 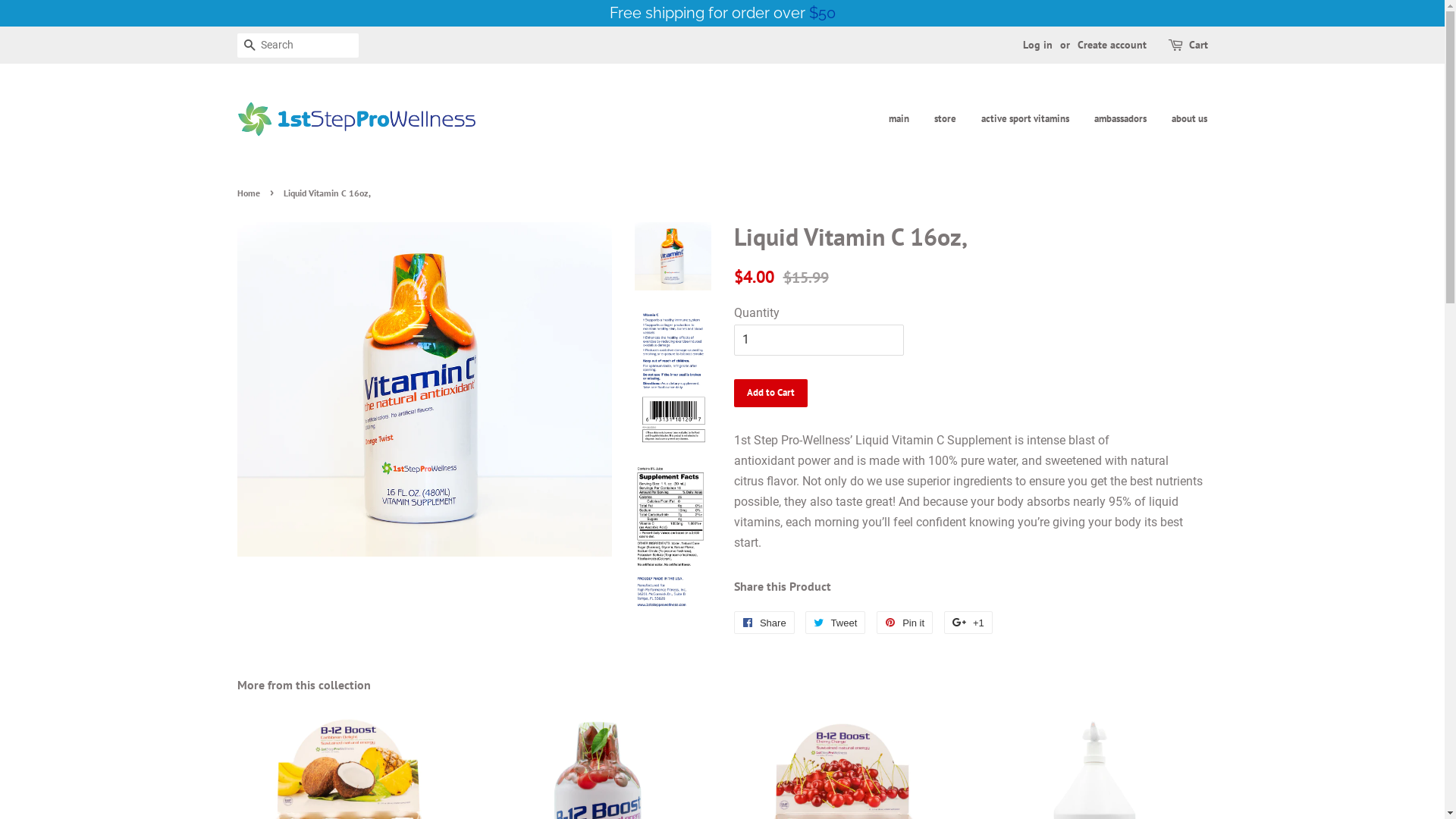 What do you see at coordinates (905, 623) in the screenshot?
I see `'Pin it` at bounding box center [905, 623].